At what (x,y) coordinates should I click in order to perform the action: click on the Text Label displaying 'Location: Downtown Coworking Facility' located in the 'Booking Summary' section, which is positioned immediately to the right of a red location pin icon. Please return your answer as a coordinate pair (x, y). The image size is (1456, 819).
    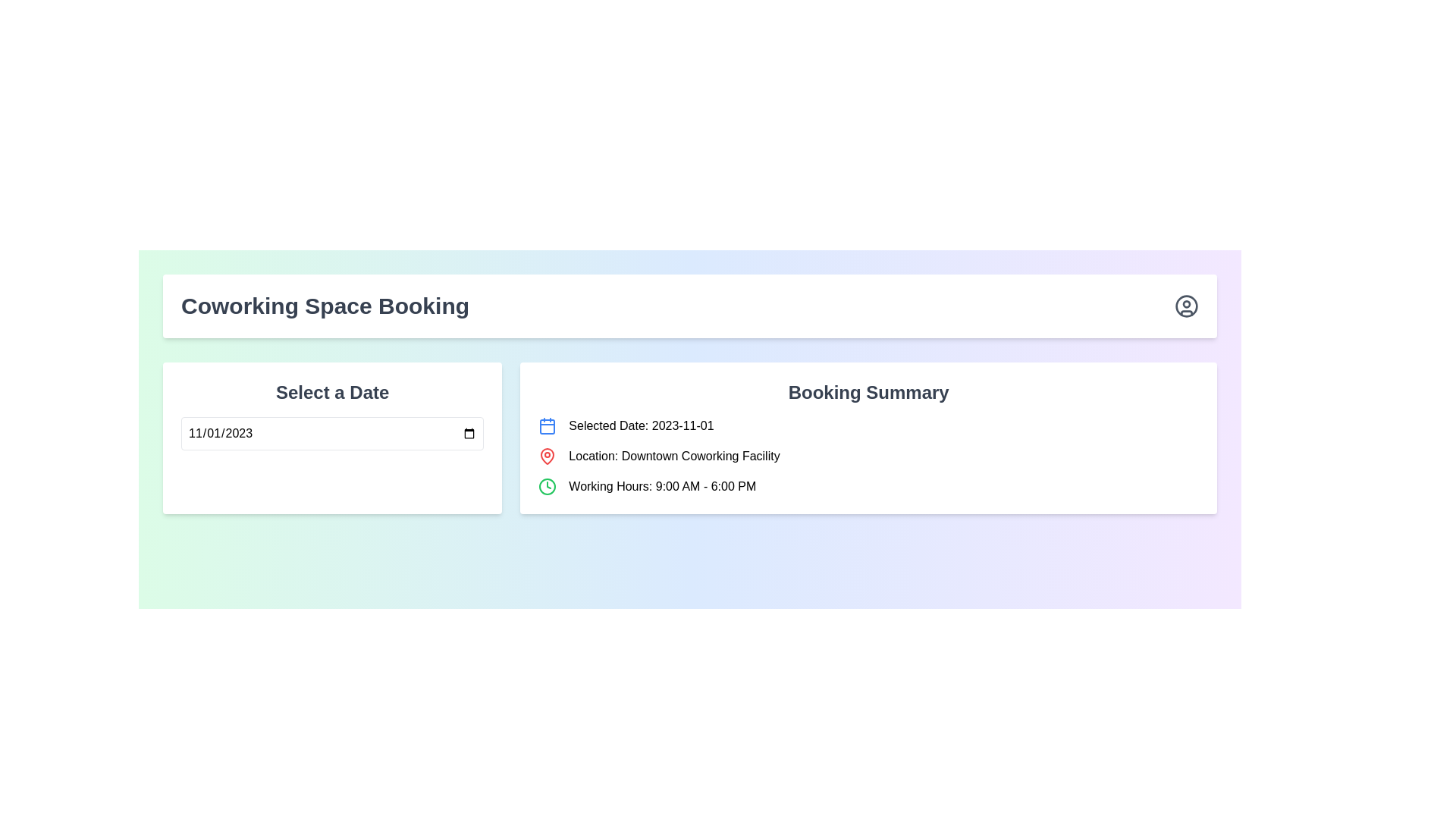
    Looking at the image, I should click on (673, 455).